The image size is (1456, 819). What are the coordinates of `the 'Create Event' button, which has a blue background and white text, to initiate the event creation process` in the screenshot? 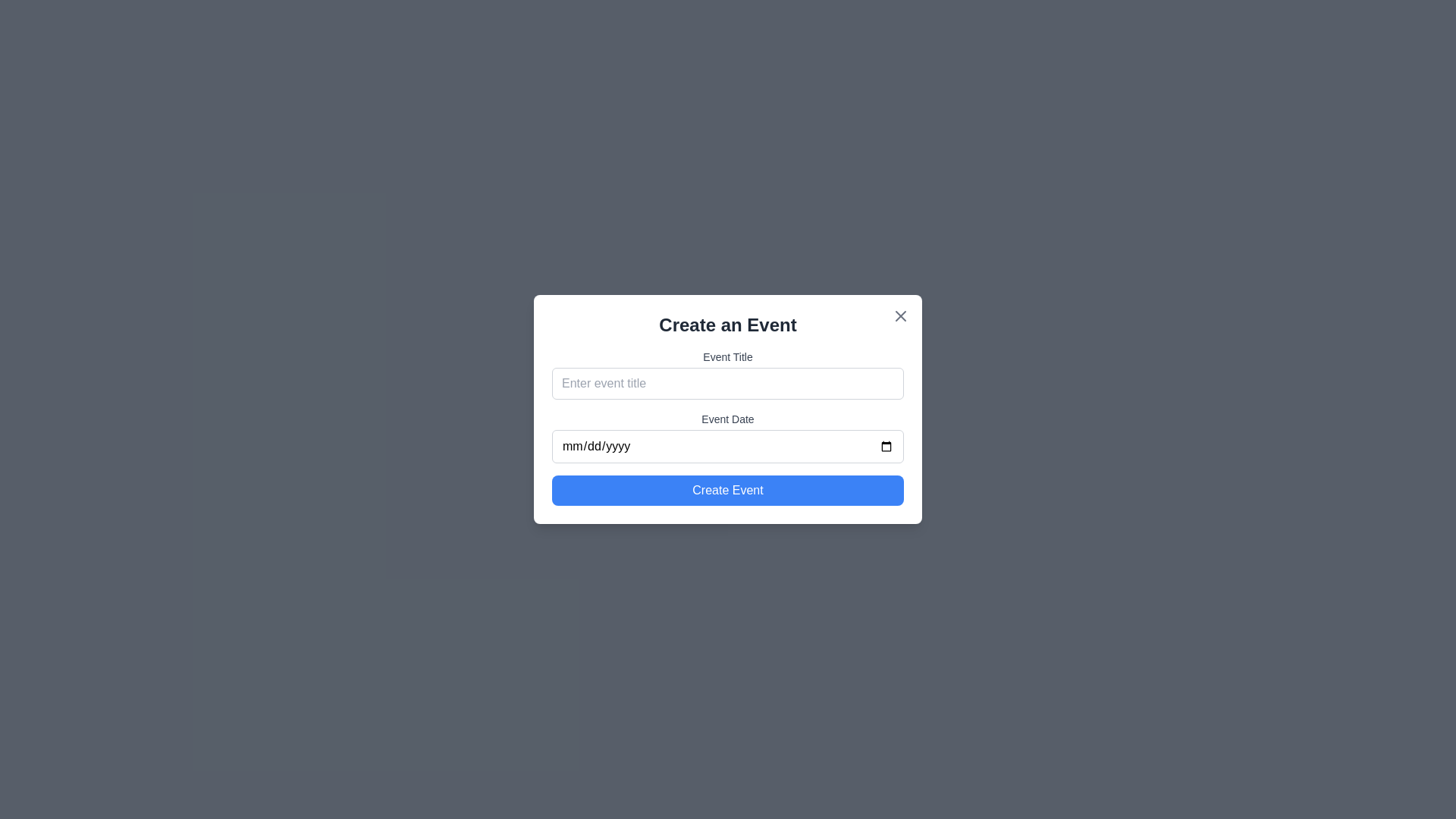 It's located at (728, 491).